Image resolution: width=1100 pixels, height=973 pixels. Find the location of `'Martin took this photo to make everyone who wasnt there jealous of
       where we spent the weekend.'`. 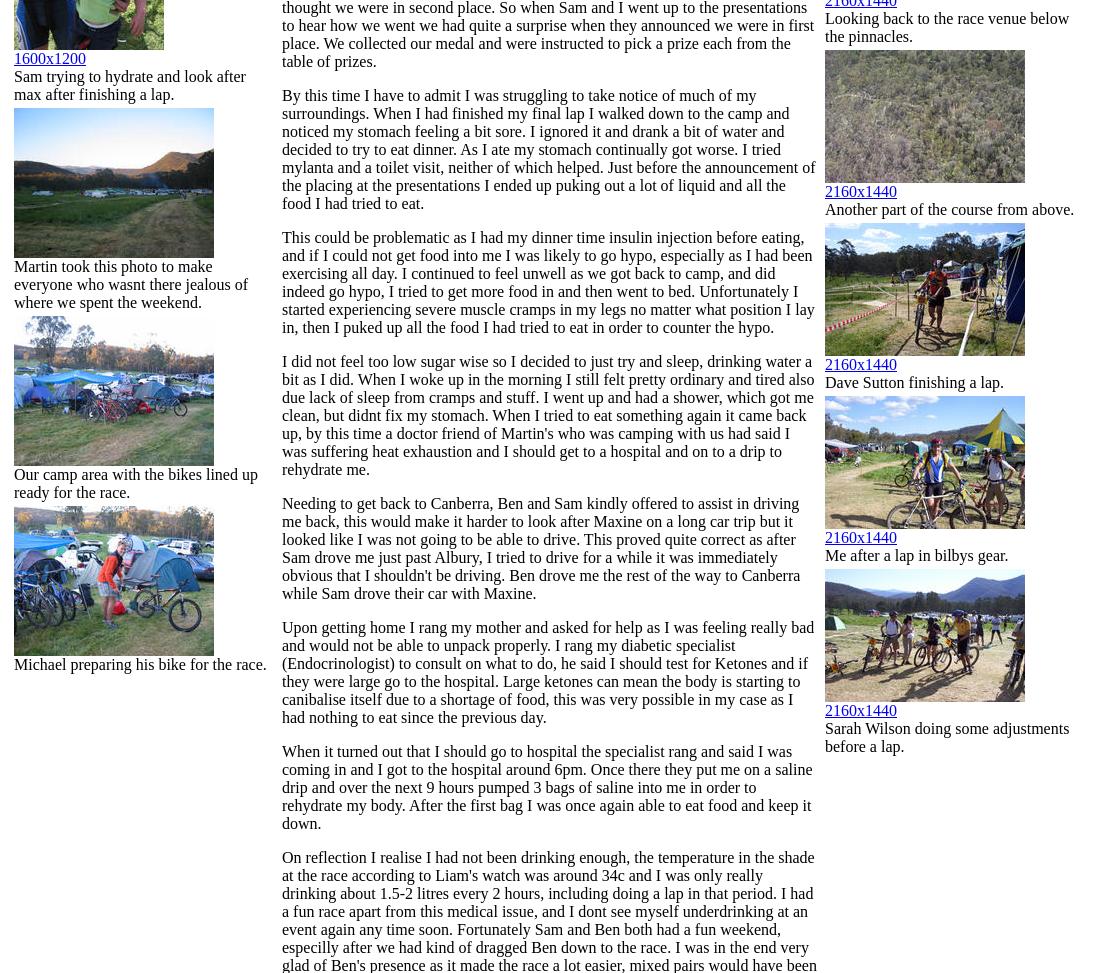

'Martin took this photo to make everyone who wasnt there jealous of
       where we spent the weekend.' is located at coordinates (131, 284).